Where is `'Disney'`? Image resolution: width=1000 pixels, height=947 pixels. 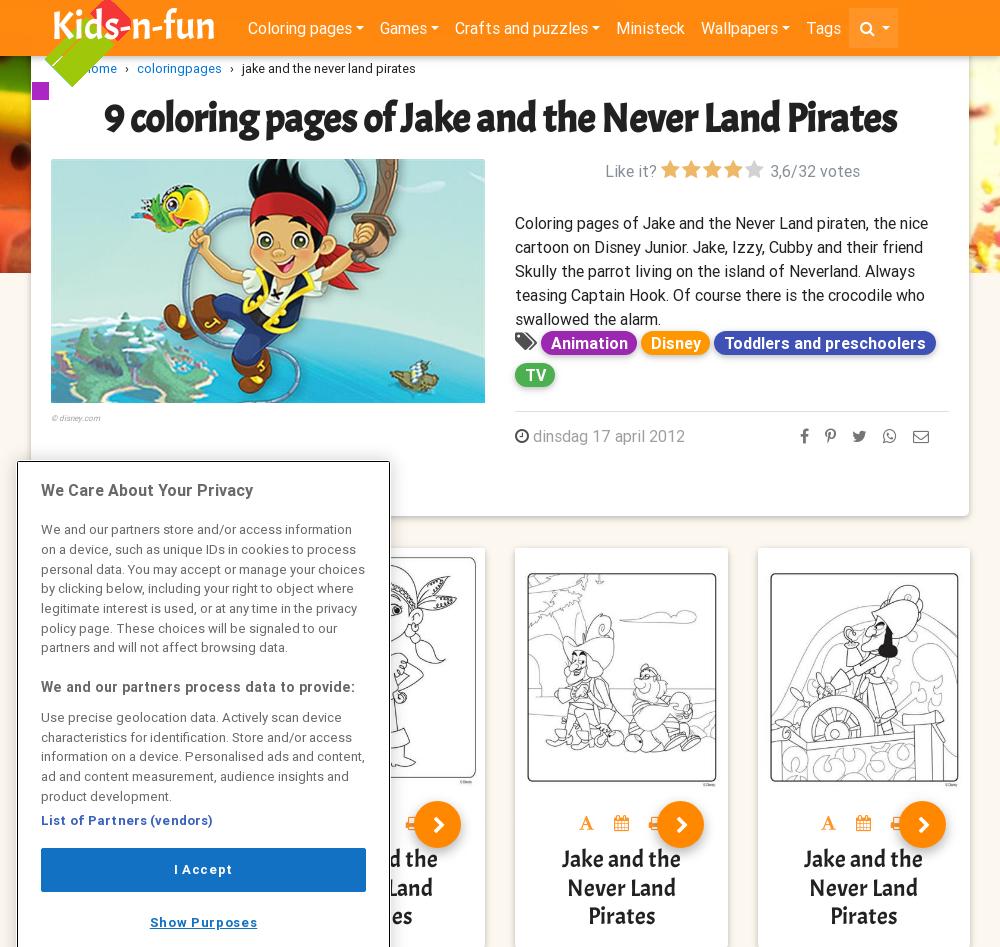
'Disney' is located at coordinates (675, 340).